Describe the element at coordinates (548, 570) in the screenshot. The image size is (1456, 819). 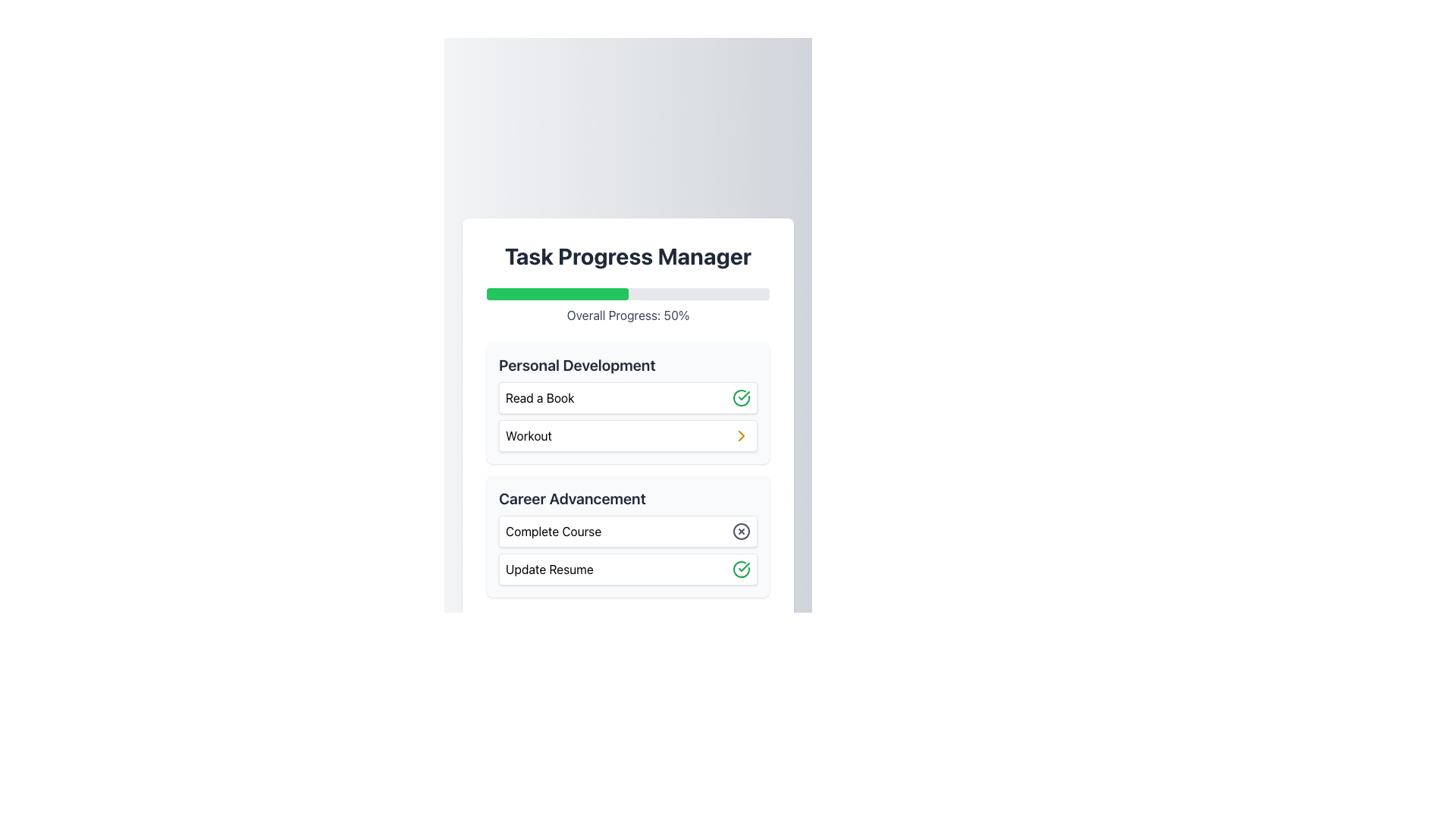
I see `text label that says 'Update Resume', which is positioned in the bottom row of the 'Career Advancement' section within a card-like UI component` at that location.